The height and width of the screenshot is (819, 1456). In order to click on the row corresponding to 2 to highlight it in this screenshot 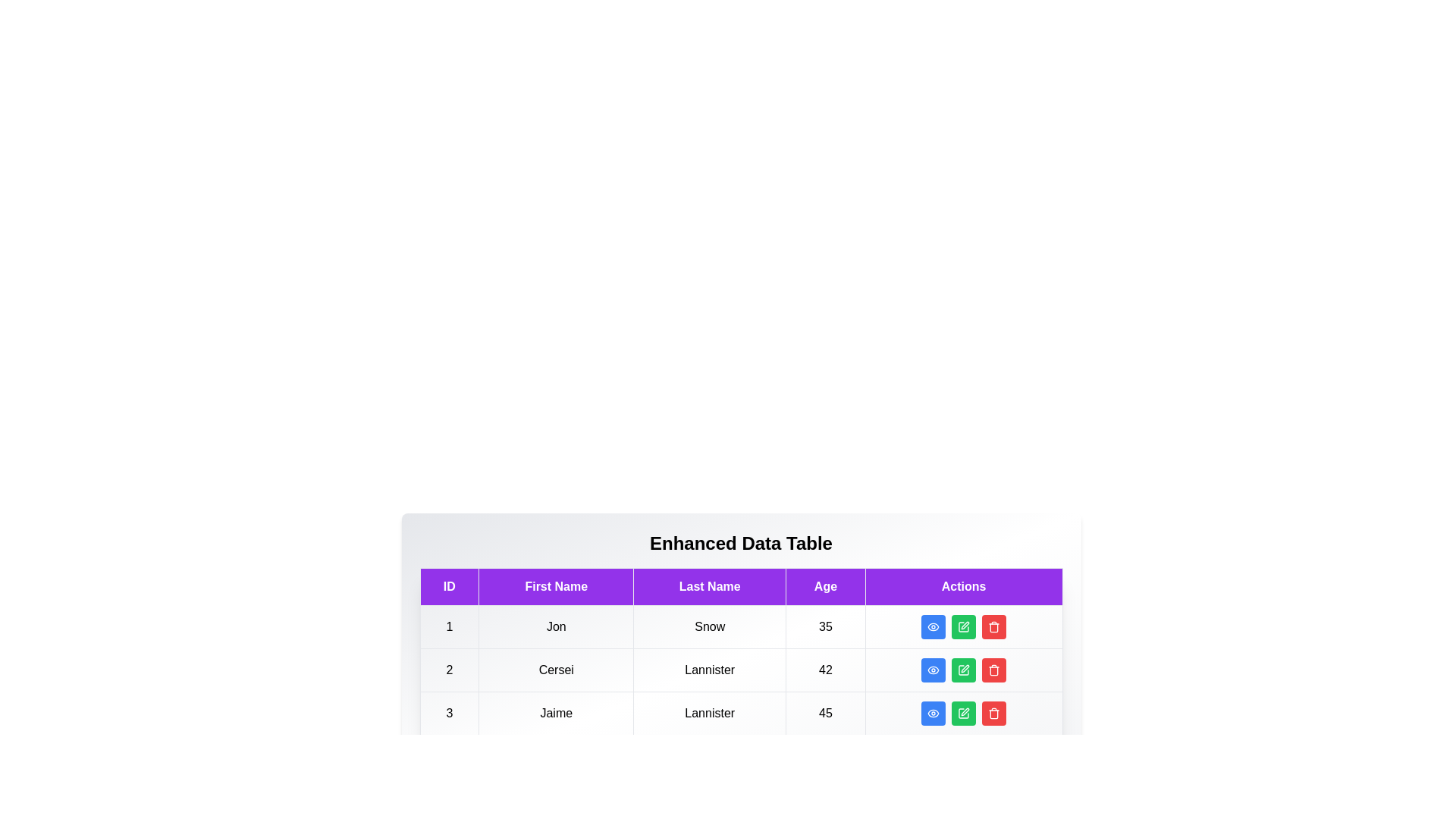, I will do `click(741, 669)`.